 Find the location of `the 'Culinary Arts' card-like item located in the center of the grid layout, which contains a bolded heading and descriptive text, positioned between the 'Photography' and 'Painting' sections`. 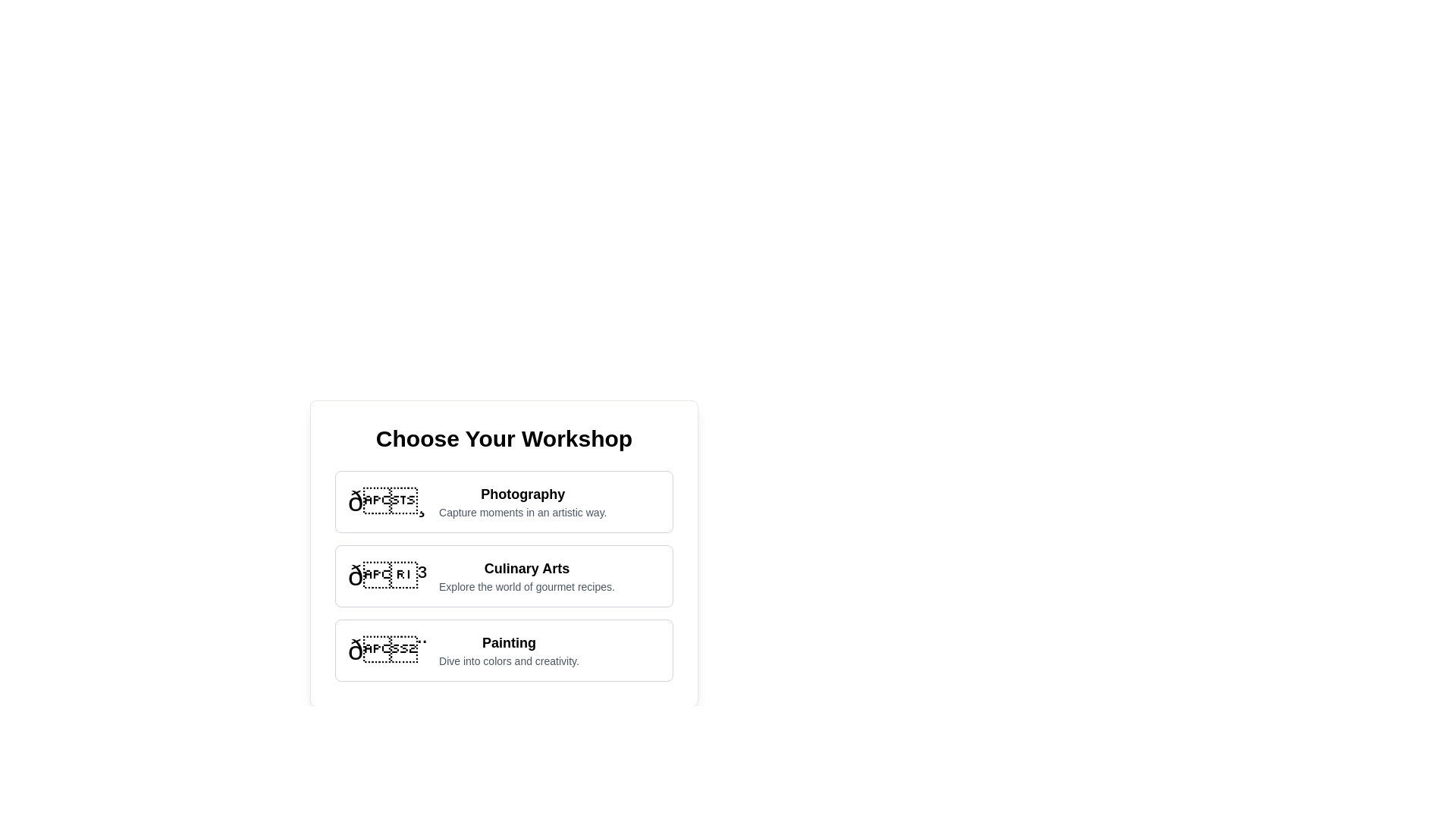

the 'Culinary Arts' card-like item located in the center of the grid layout, which contains a bolded heading and descriptive text, positioned between the 'Photography' and 'Painting' sections is located at coordinates (504, 576).